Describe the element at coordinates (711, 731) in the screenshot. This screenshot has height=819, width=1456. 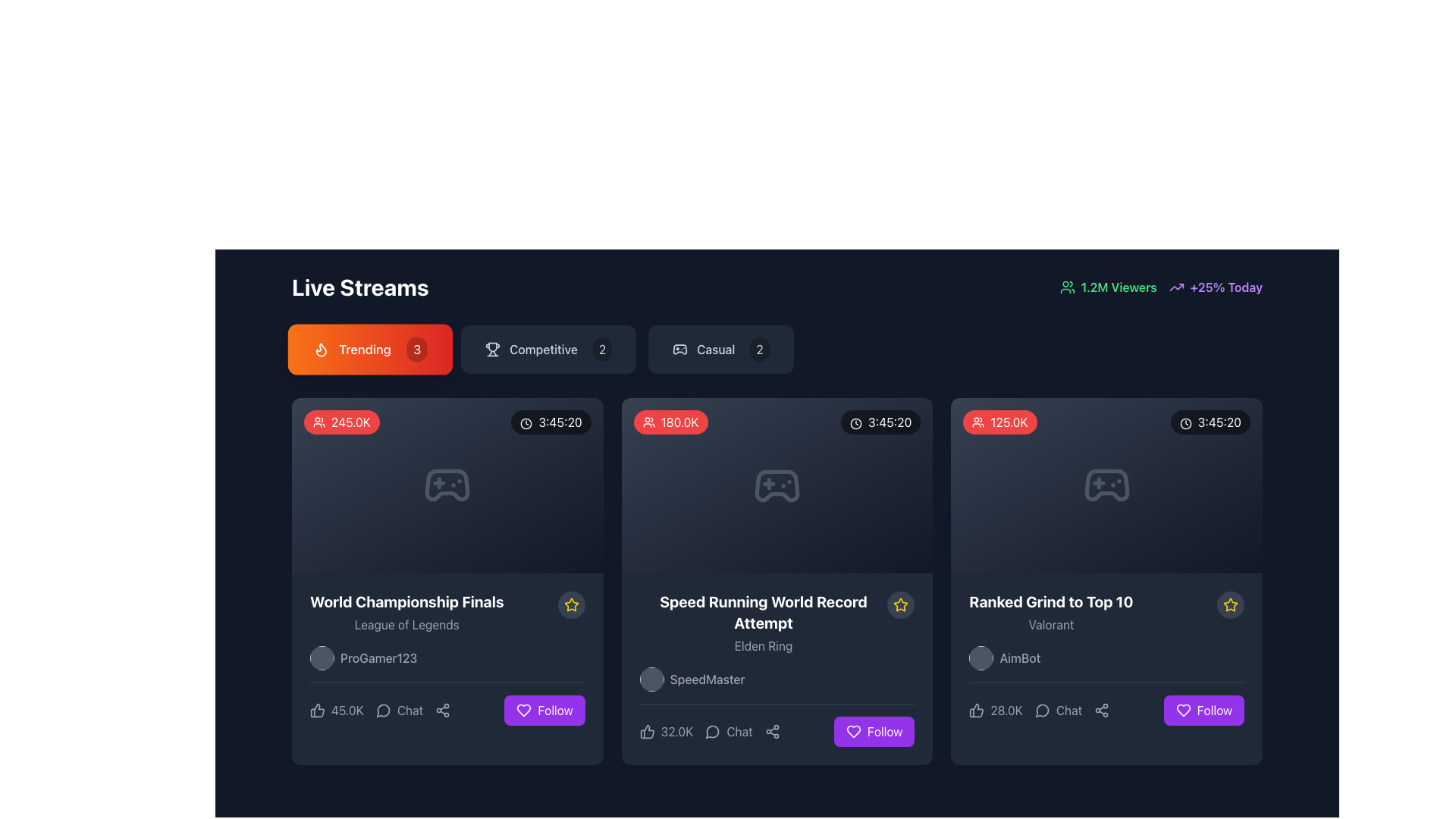
I see `the circular speech bubble icon located within the 'Chat' button below the 'Speed Running World Record Attempt' card` at that location.